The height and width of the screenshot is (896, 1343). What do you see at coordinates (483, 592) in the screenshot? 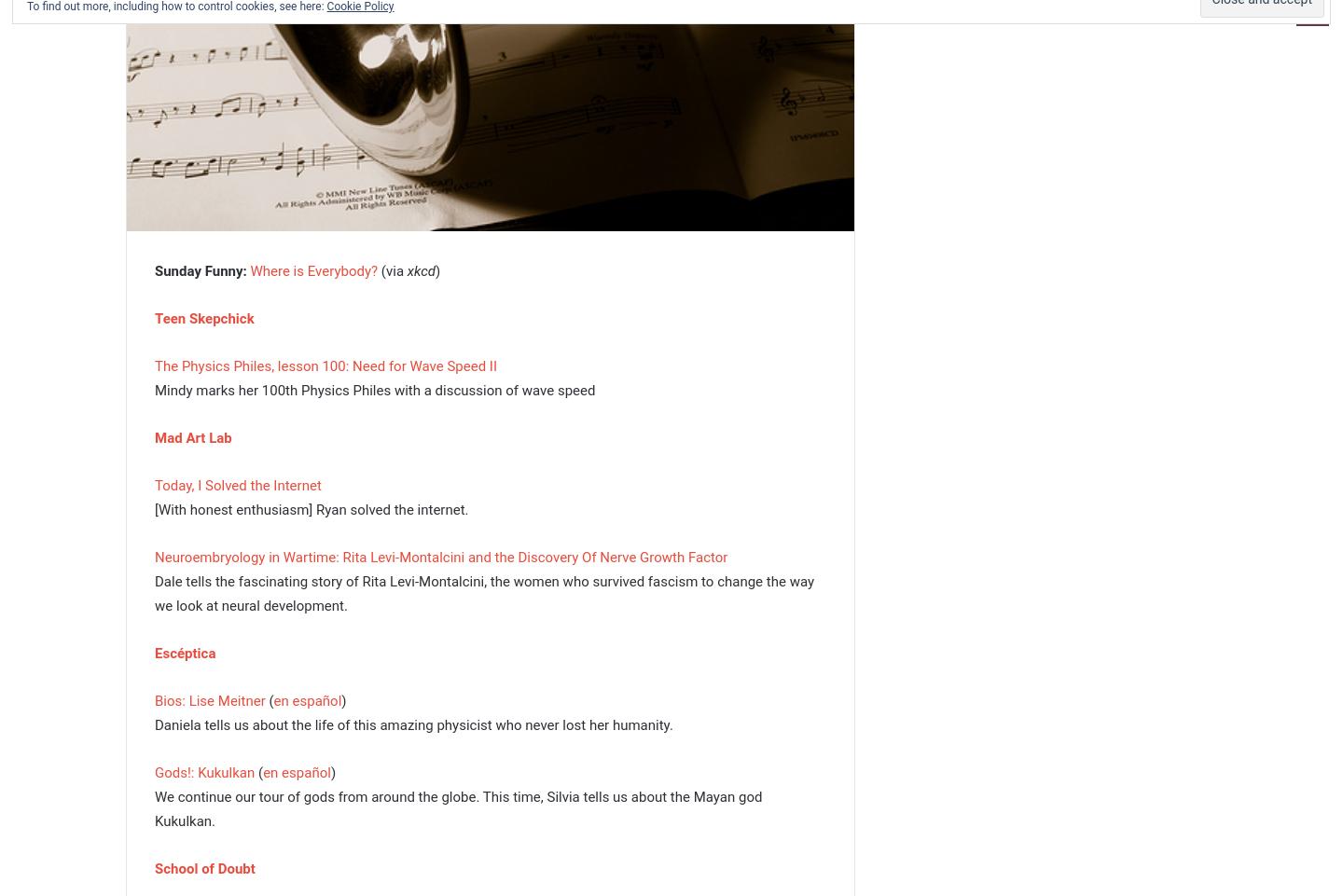
I see `'Dale tells the fascinating story of Rita Levi-Montalcini, the women who survived fascism to change the way we look at neural development.'` at bounding box center [483, 592].